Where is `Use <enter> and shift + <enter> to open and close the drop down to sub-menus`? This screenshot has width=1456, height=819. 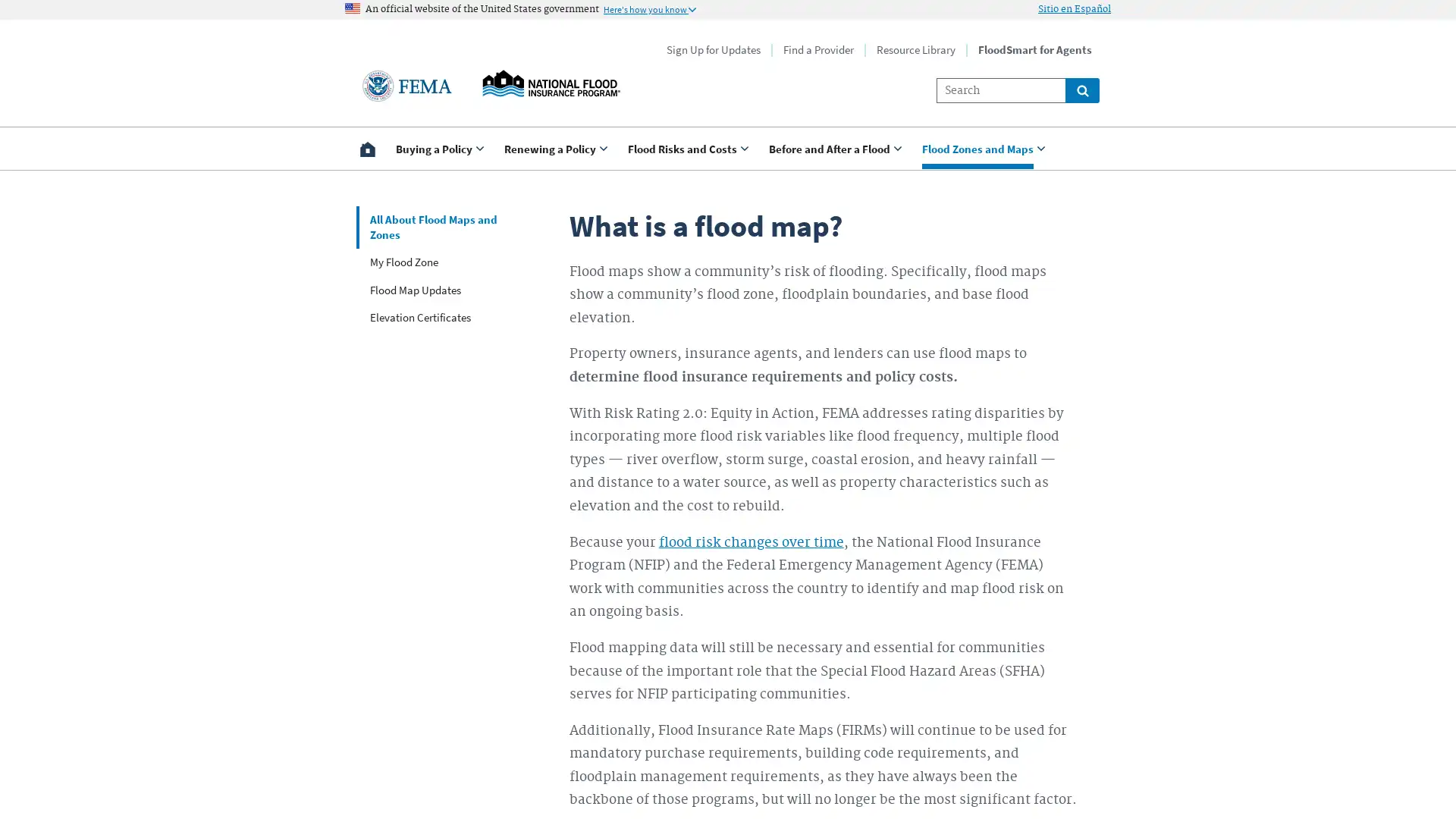 Use <enter> and shift + <enter> to open and close the drop down to sub-menus is located at coordinates (690, 148).